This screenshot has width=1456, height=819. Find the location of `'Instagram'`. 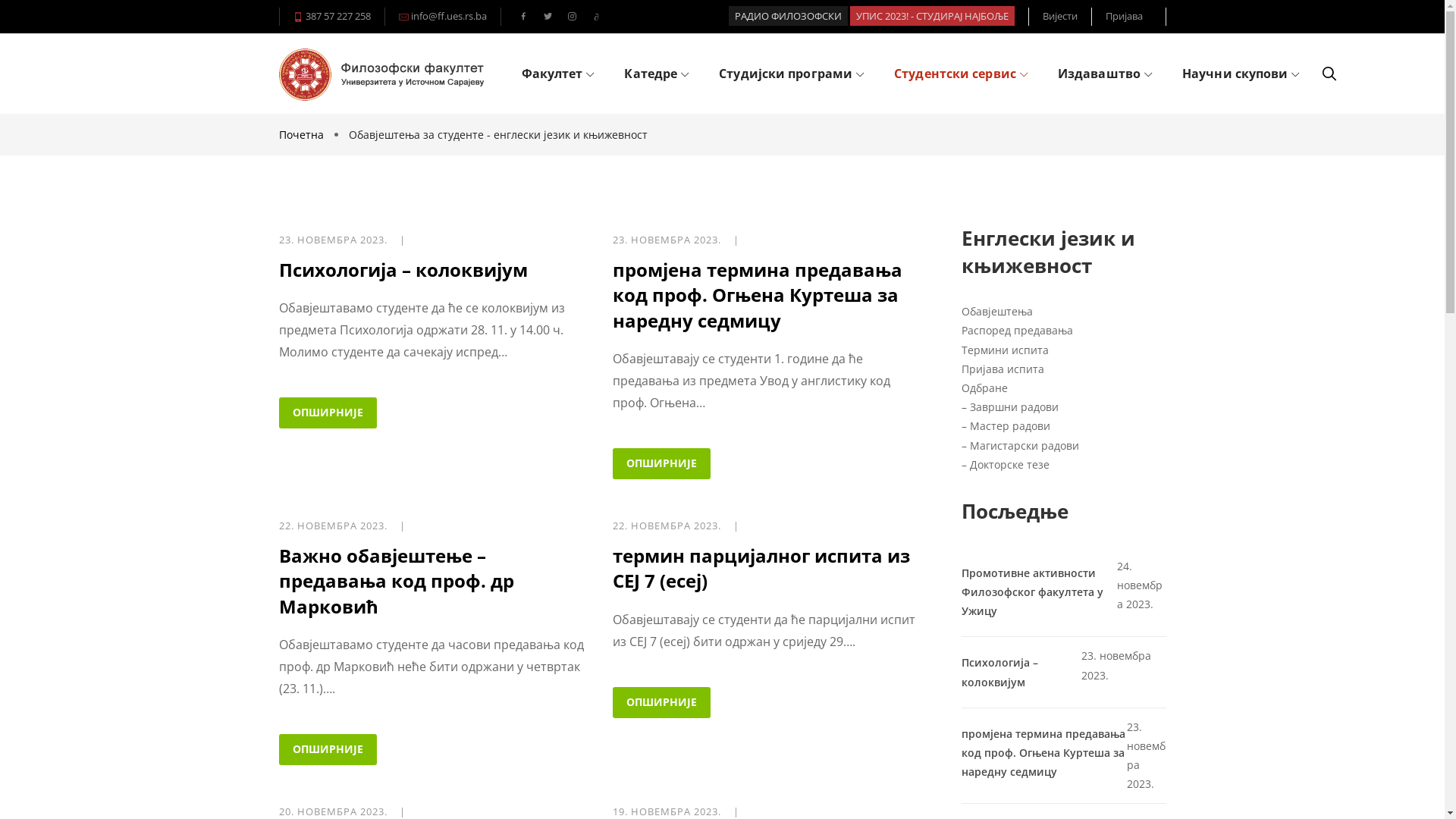

'Instagram' is located at coordinates (570, 17).